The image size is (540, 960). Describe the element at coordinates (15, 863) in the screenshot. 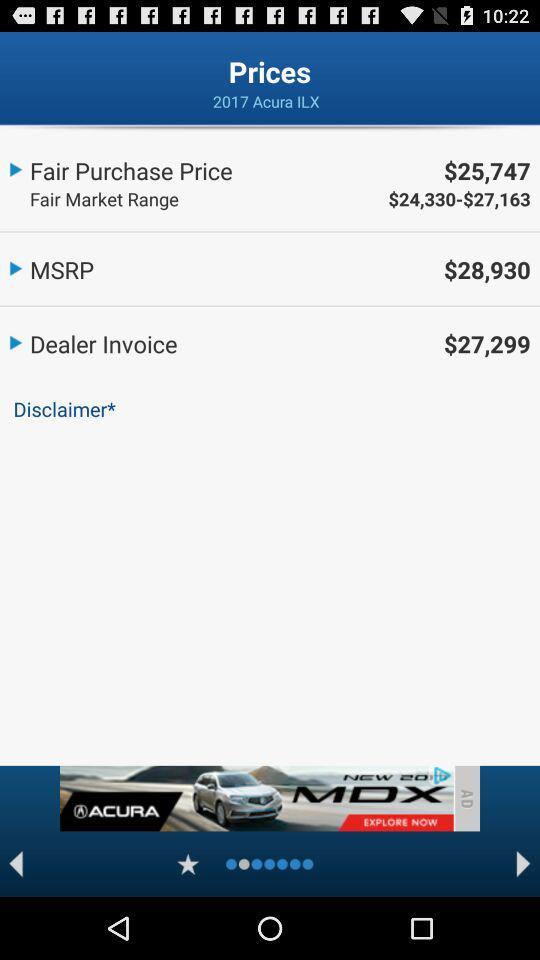

I see `previous page` at that location.